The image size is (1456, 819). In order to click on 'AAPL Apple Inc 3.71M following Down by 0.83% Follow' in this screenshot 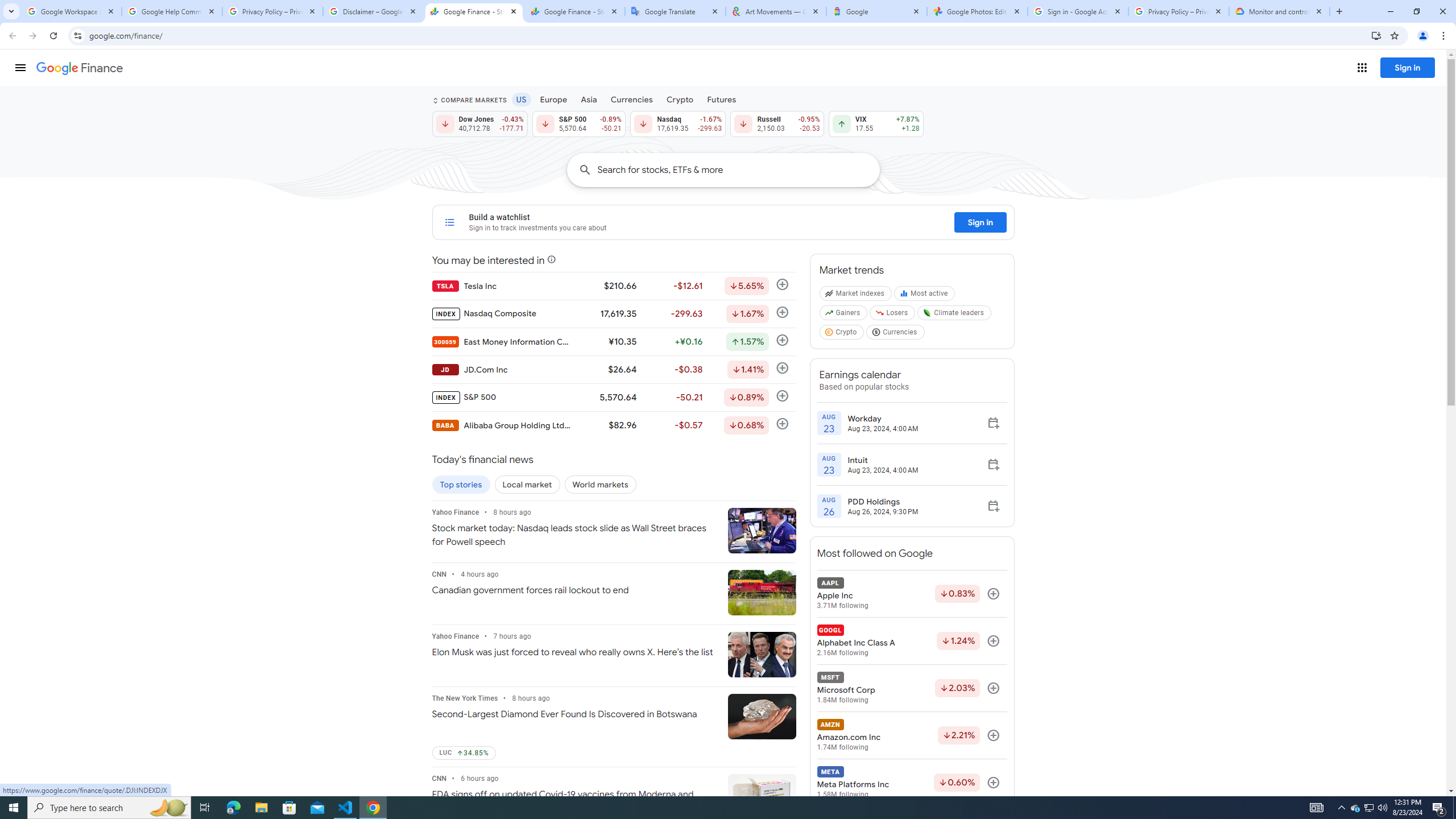, I will do `click(911, 593)`.